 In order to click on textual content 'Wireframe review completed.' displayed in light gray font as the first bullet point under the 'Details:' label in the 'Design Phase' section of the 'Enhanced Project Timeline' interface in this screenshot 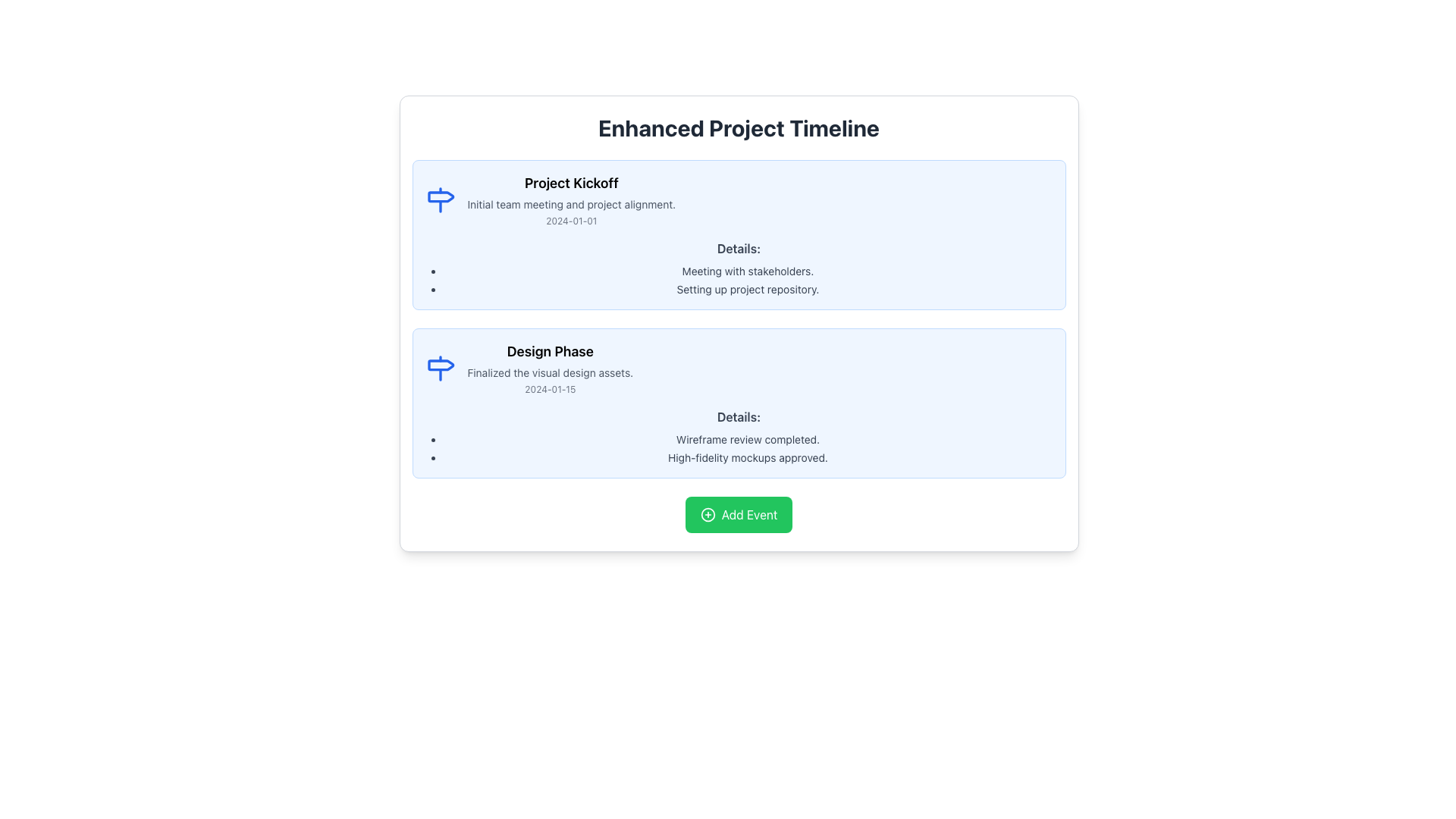, I will do `click(748, 439)`.